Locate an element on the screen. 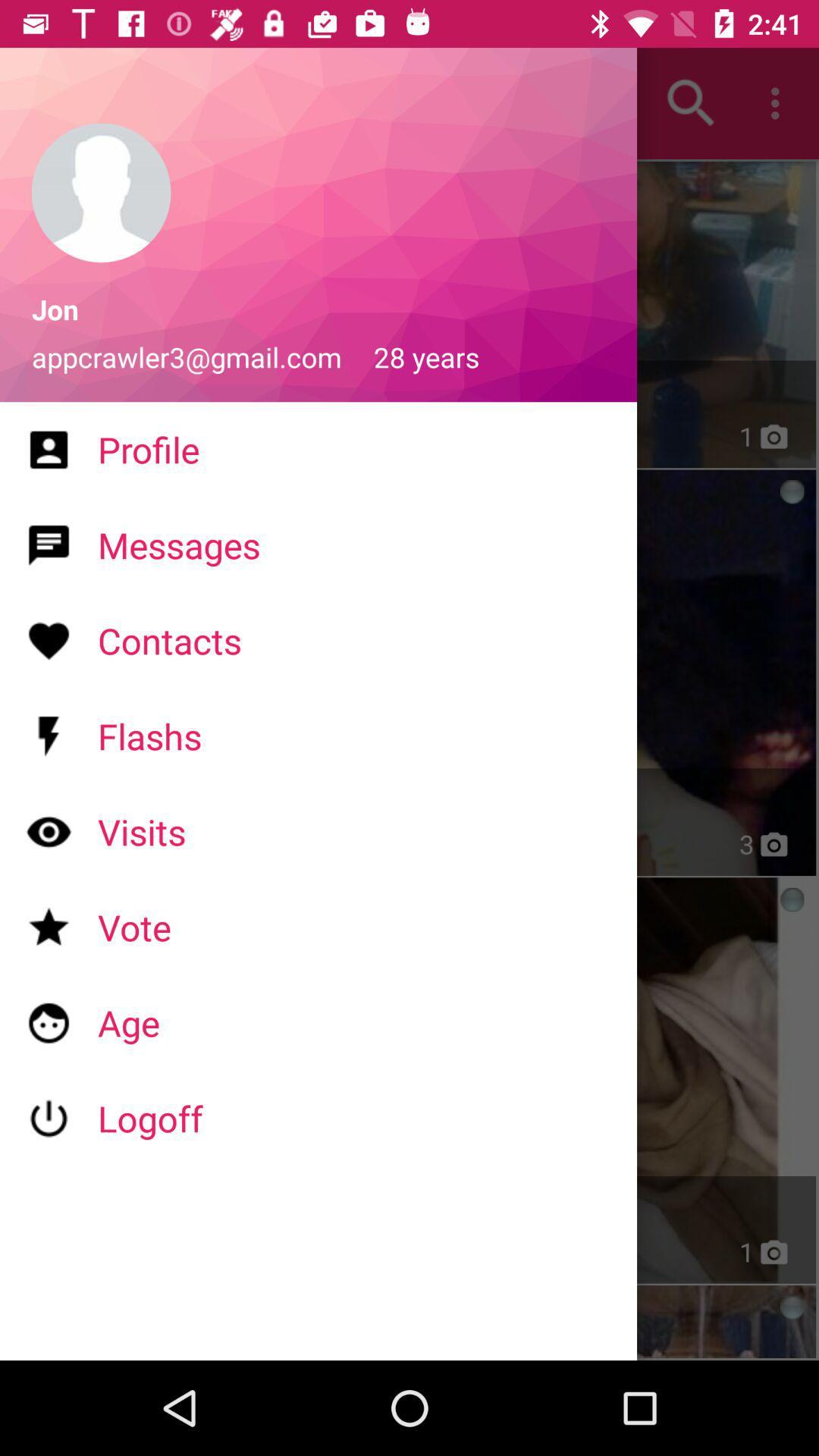  the icon which is left to messages is located at coordinates (49, 545).